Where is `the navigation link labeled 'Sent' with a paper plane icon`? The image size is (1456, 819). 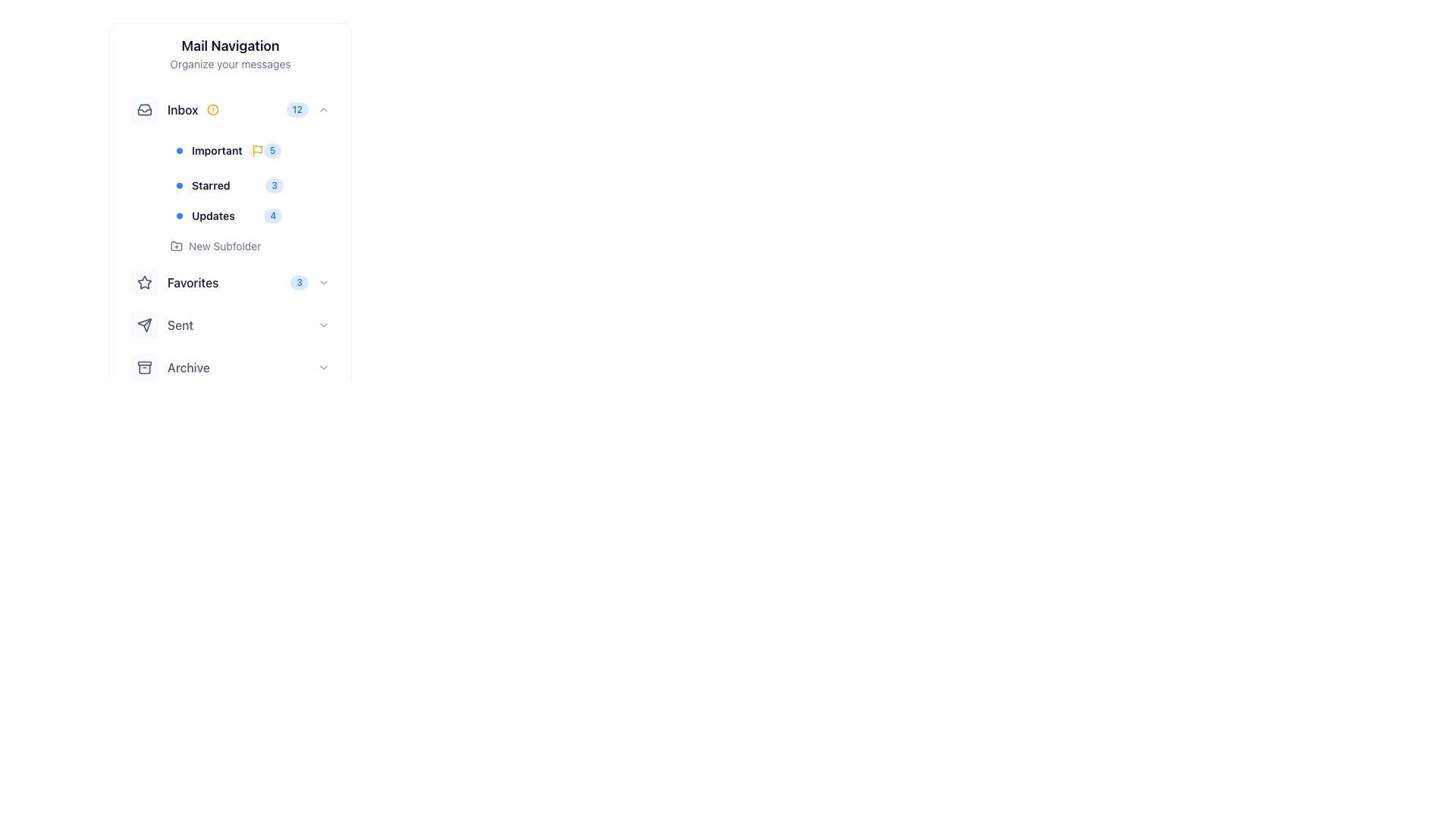
the navigation link labeled 'Sent' with a paper plane icon is located at coordinates (162, 324).